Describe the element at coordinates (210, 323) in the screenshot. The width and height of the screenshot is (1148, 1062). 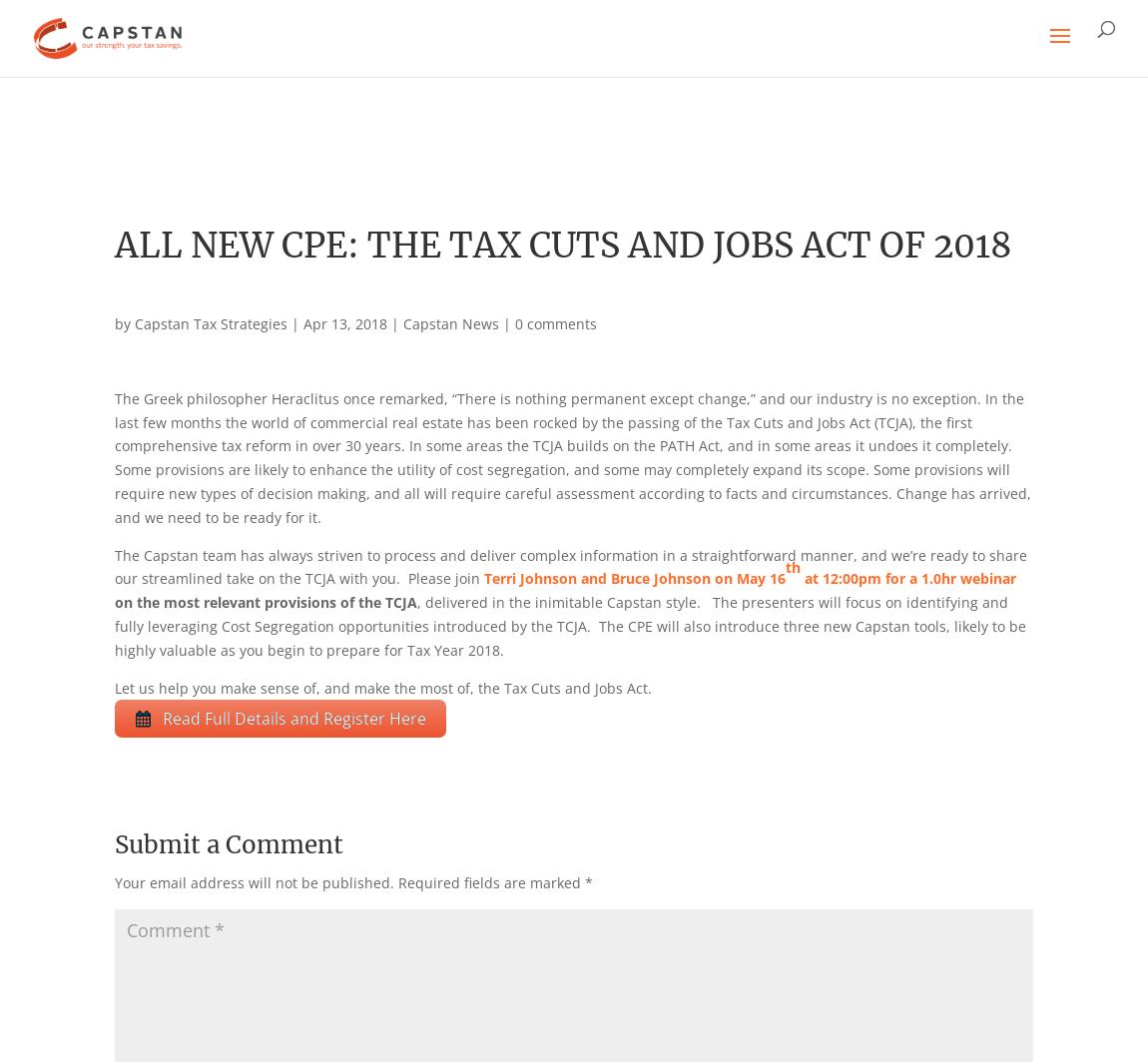
I see `'Capstan Tax Strategies'` at that location.